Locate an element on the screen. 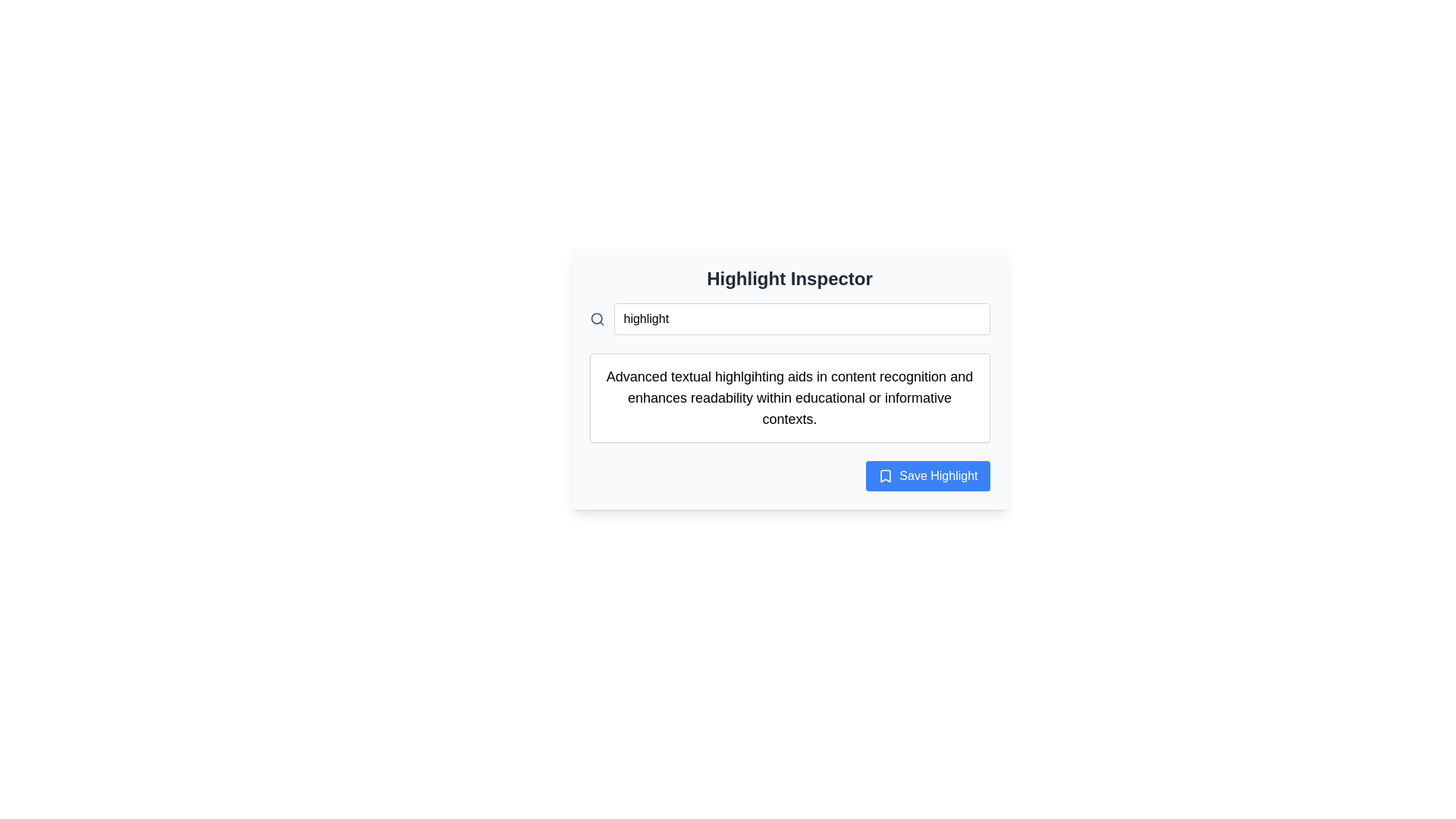  the blue rectangular button labeled 'Save Highlight' with rounded corners located at the bottom right of the card is located at coordinates (927, 475).